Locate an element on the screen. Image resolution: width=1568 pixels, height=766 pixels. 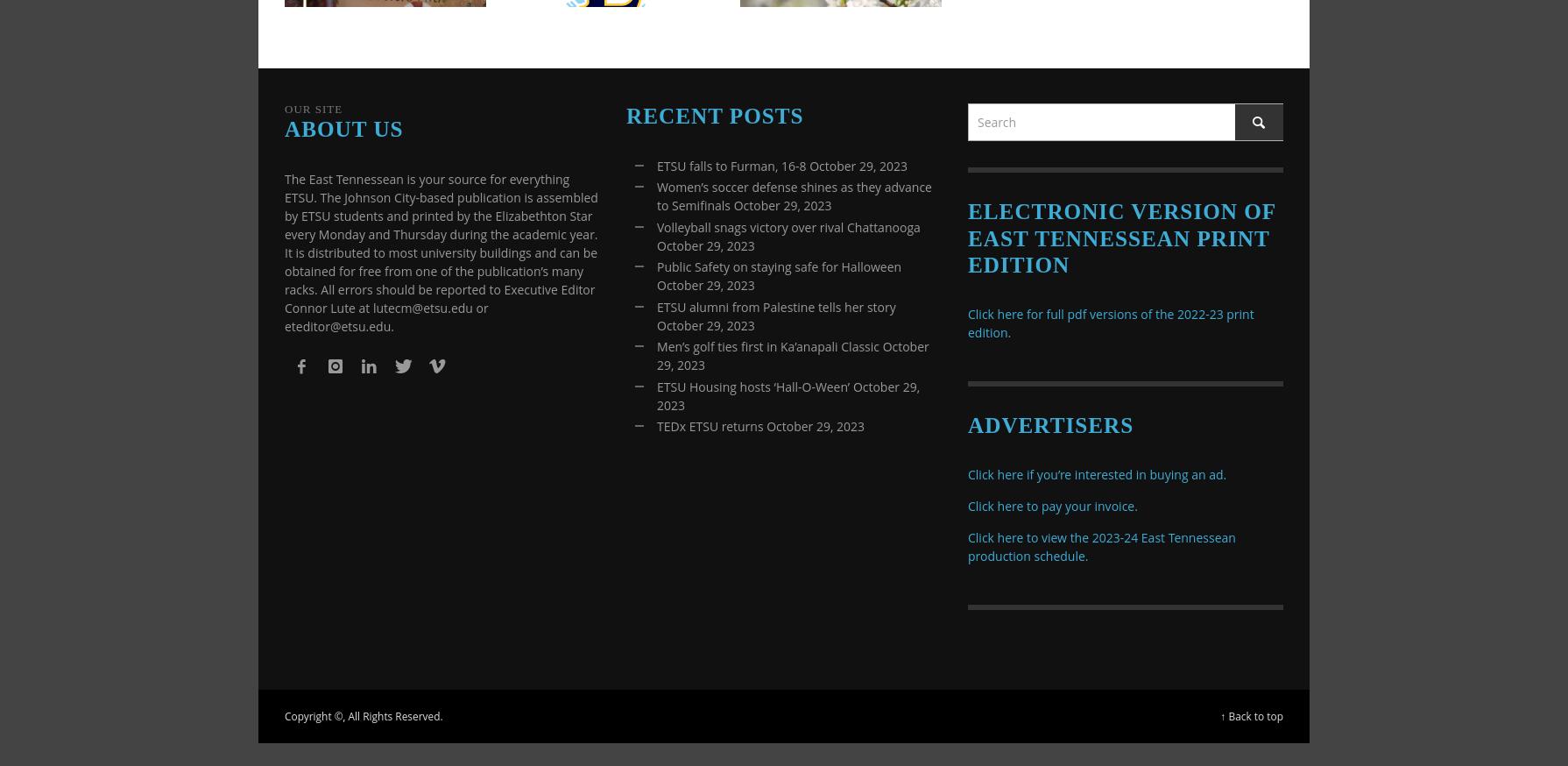
'Recent Posts' is located at coordinates (714, 116).